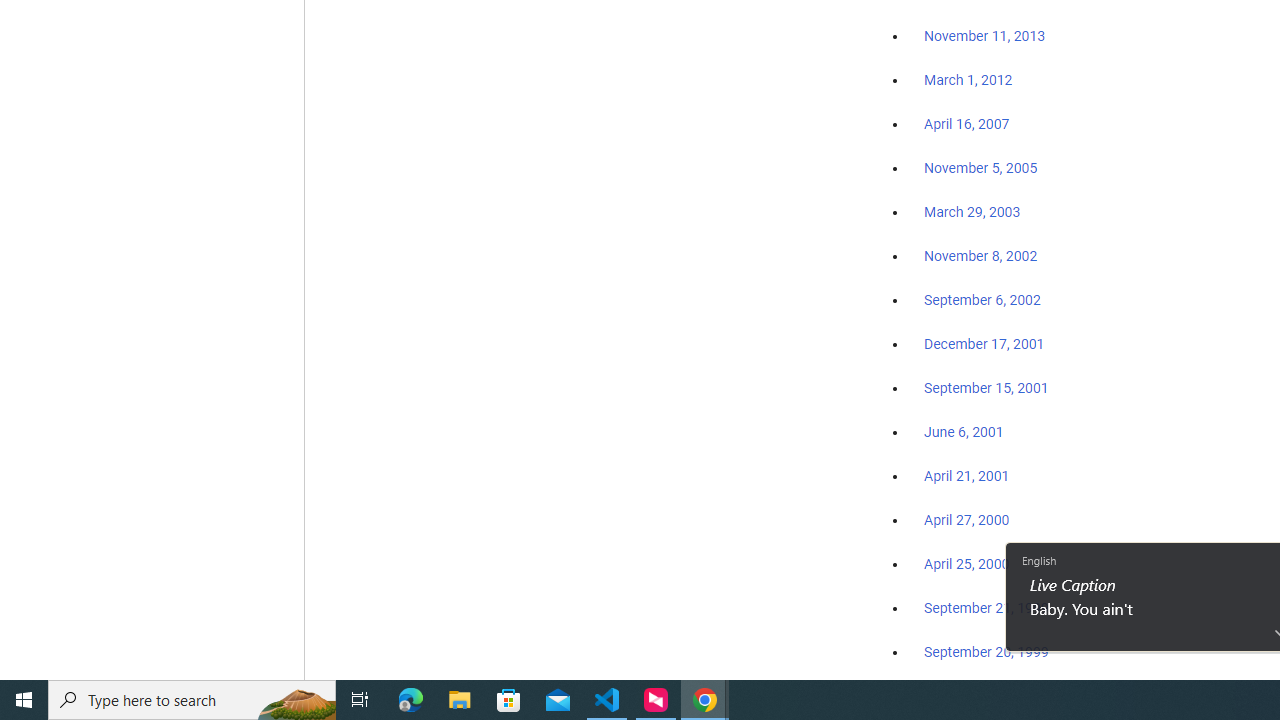 The height and width of the screenshot is (720, 1280). What do you see at coordinates (509, 698) in the screenshot?
I see `'Microsoft Store'` at bounding box center [509, 698].